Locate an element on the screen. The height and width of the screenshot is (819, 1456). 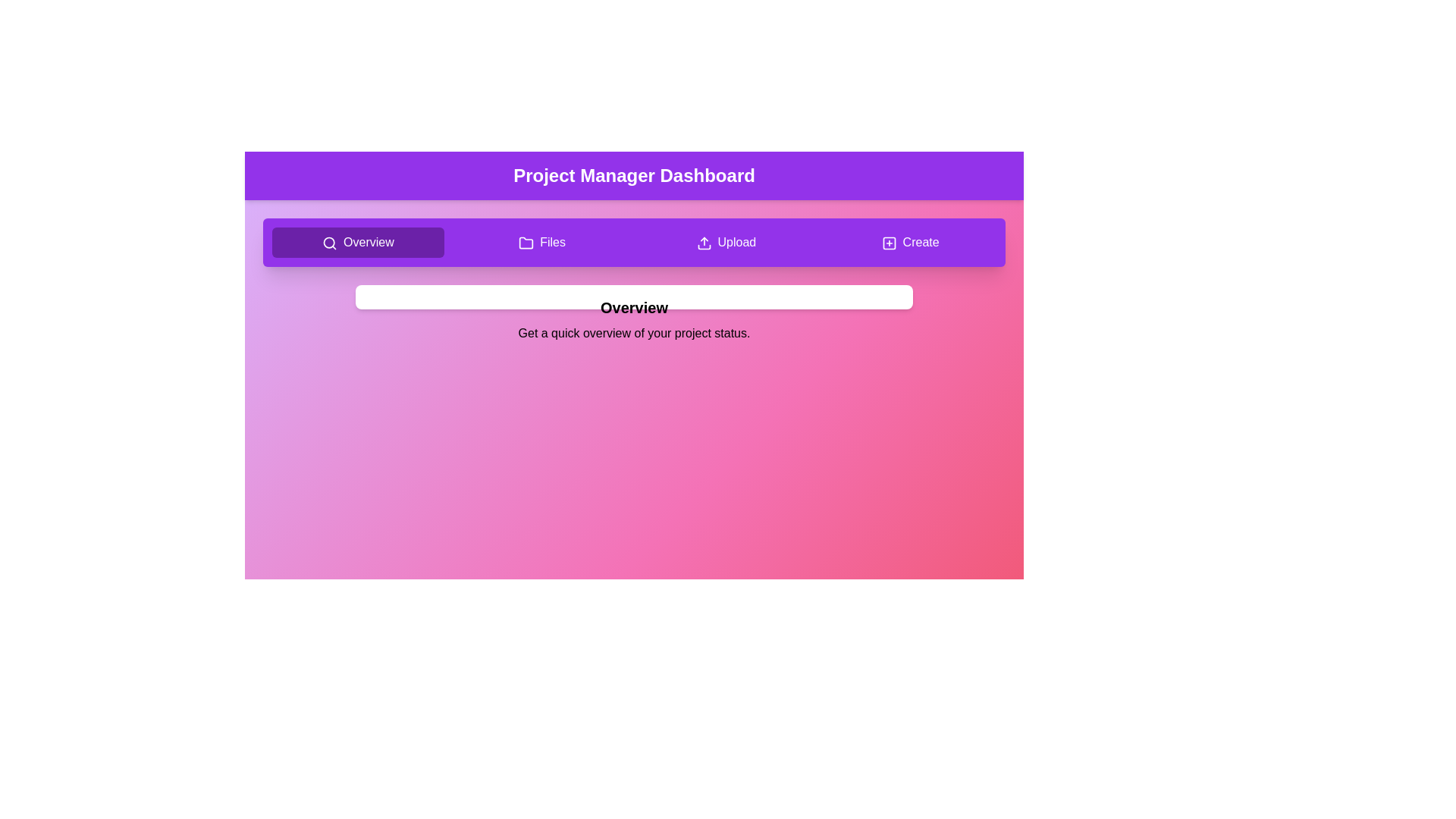
the navigation button labeled Overview is located at coordinates (357, 242).